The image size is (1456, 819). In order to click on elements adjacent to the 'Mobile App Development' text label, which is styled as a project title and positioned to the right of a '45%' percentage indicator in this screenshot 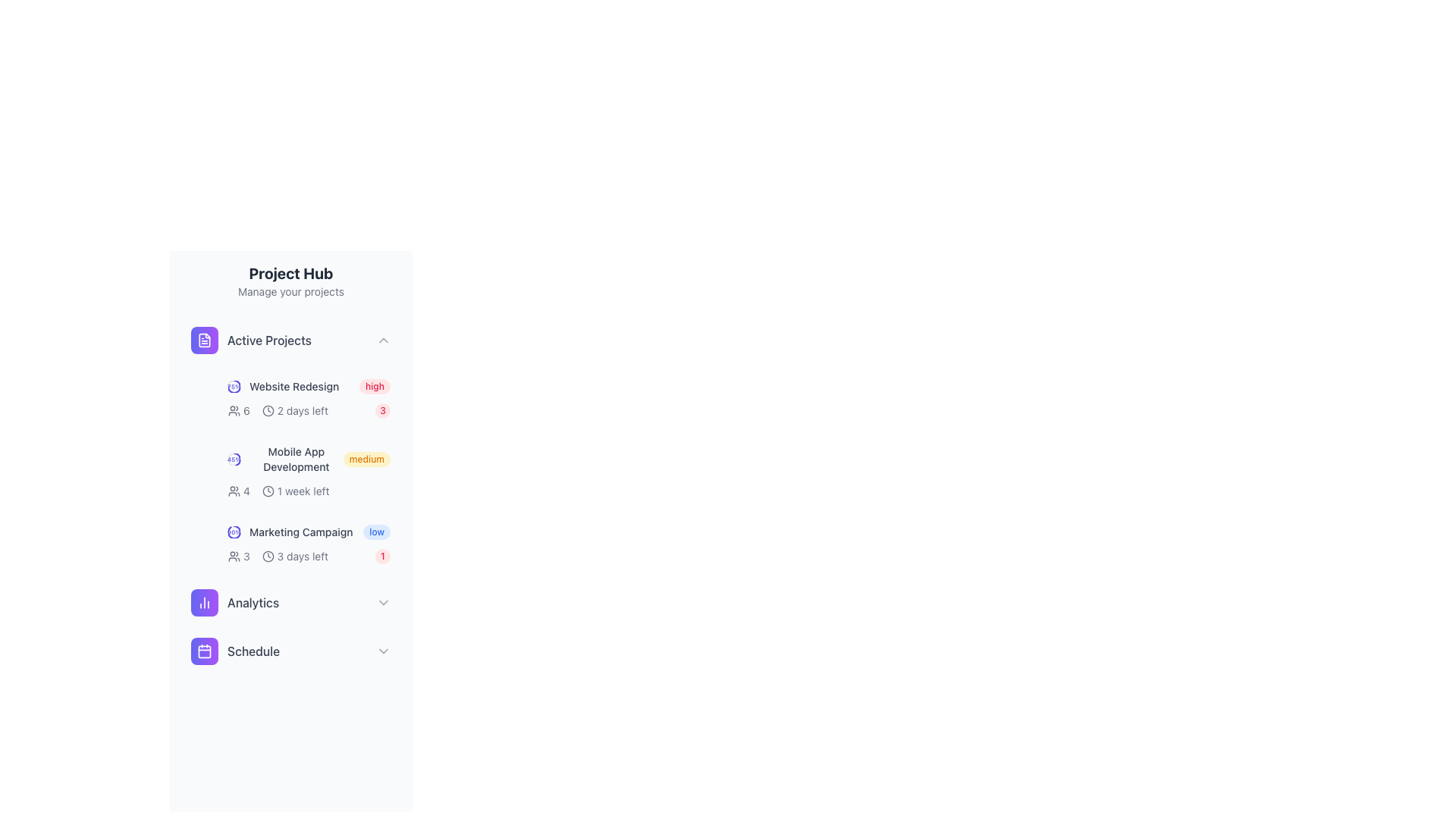, I will do `click(296, 458)`.